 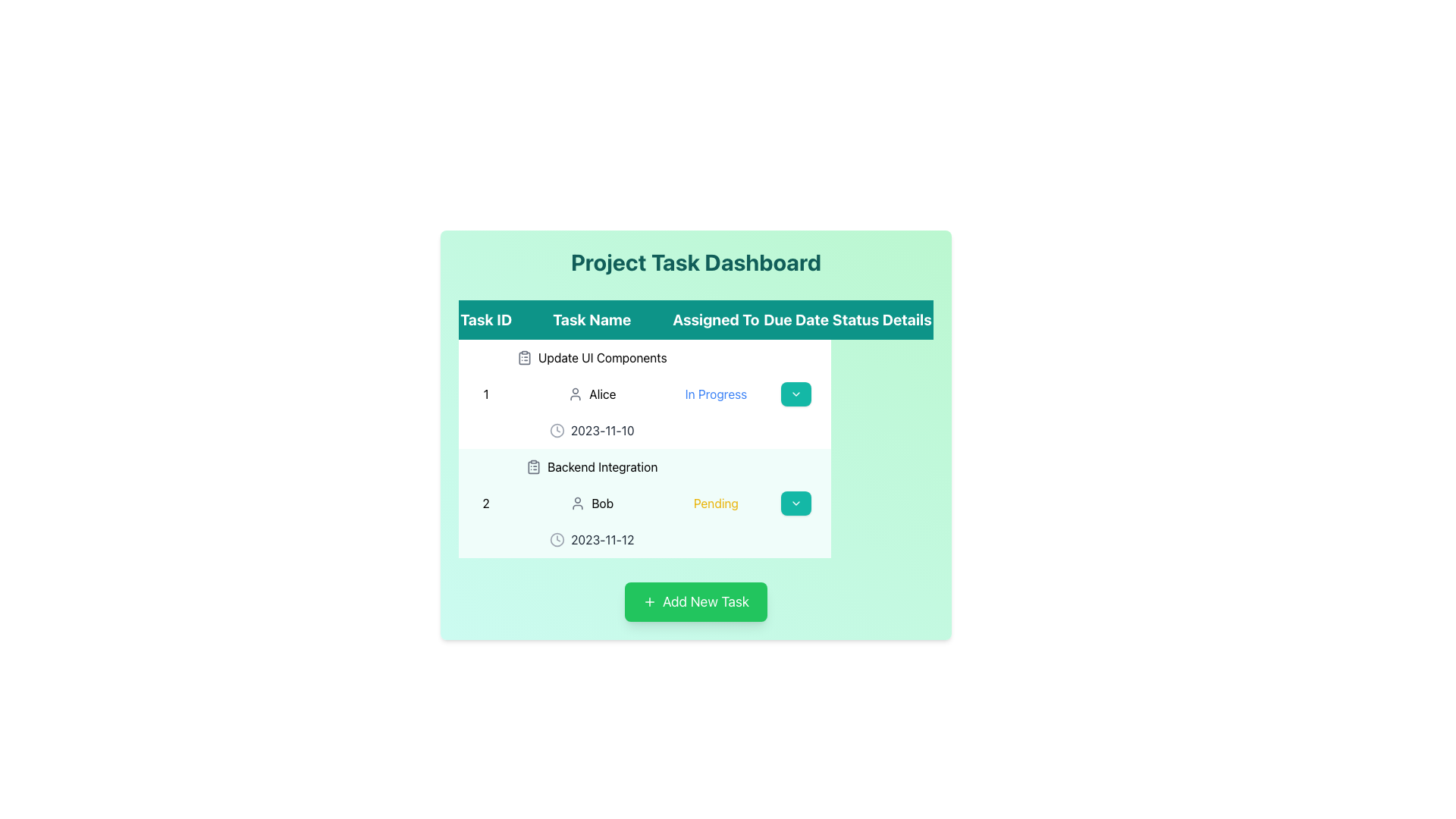 What do you see at coordinates (557, 539) in the screenshot?
I see `the SVG Circle element that represents the outer circle of the clock icon next to the due date '2023-11-12' for the task 'Backend Integration'` at bounding box center [557, 539].